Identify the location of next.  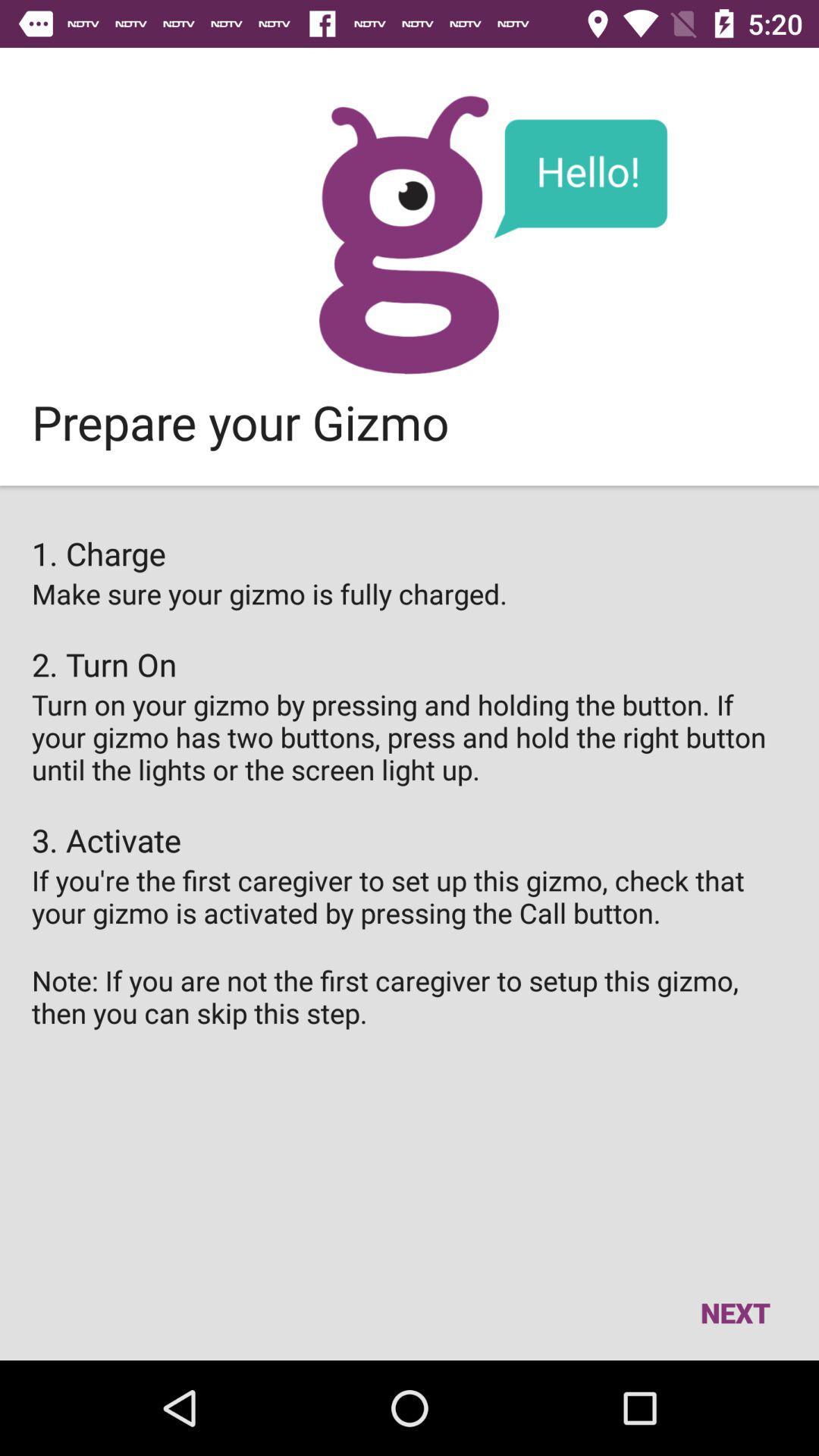
(734, 1312).